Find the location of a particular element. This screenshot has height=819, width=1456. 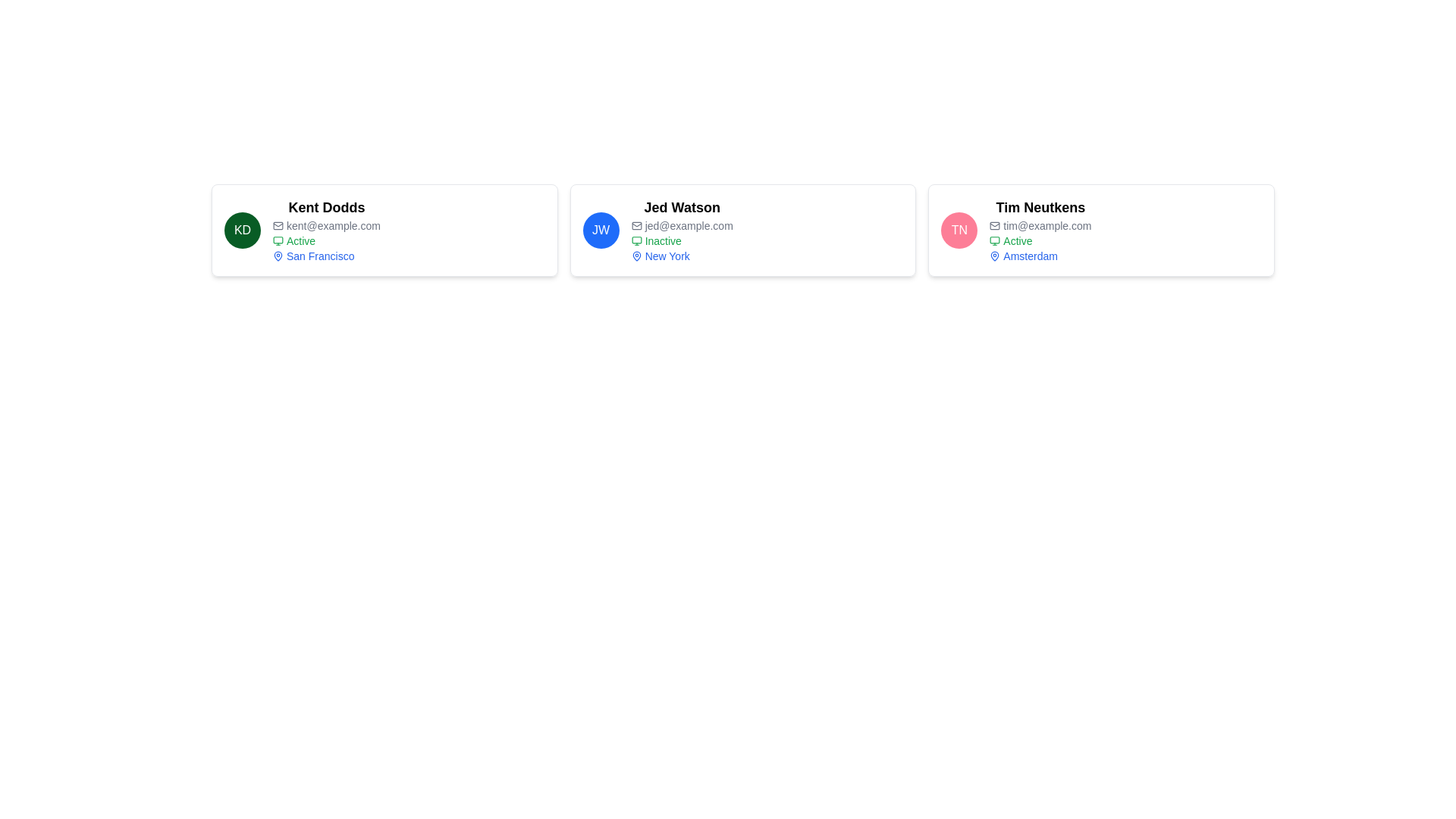

the text label displaying the email address for the user 'Kent Dodds', located under the user's name in the first card of the interface is located at coordinates (326, 225).